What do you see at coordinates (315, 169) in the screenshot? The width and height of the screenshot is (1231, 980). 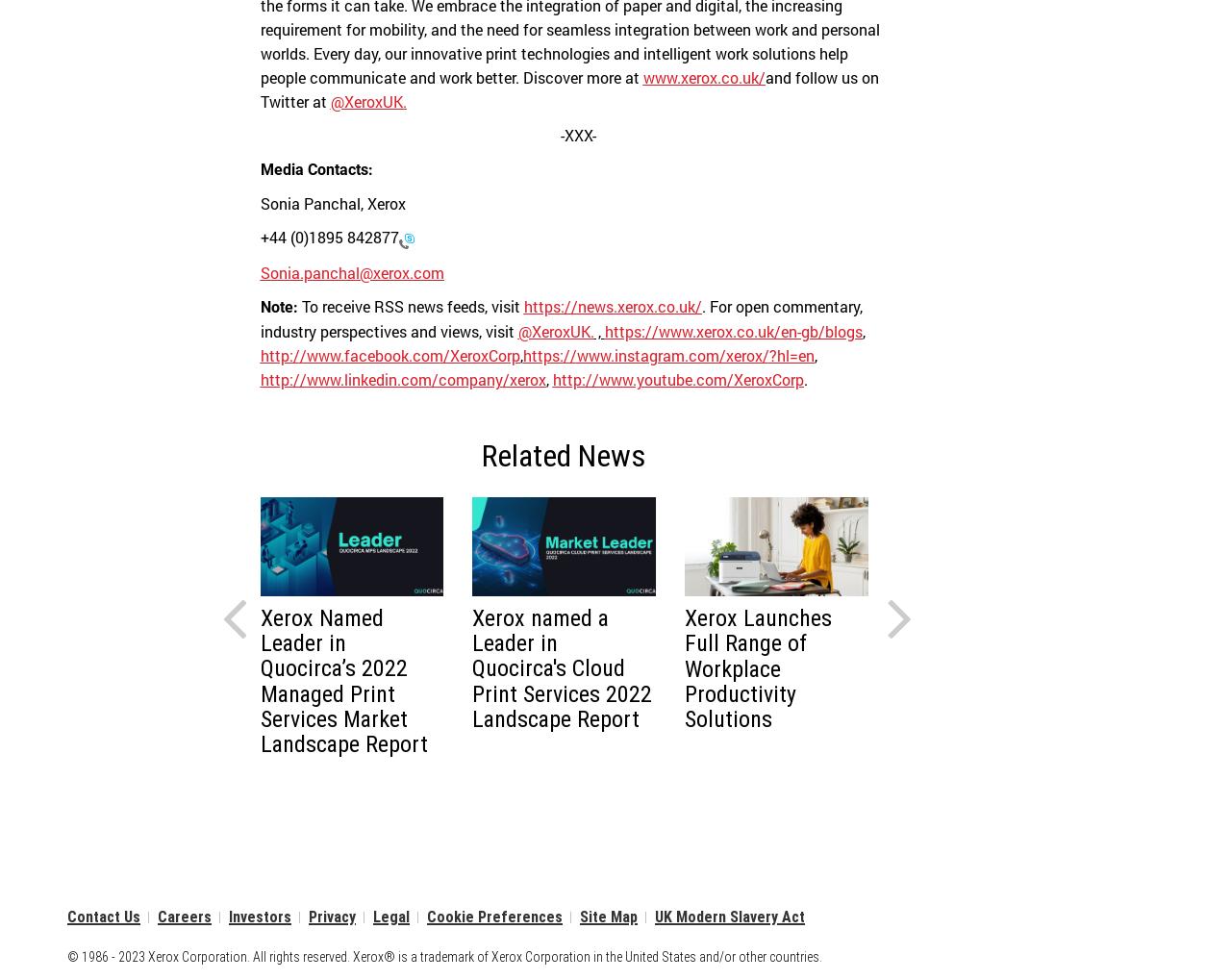 I see `'Media Contacts:'` at bounding box center [315, 169].